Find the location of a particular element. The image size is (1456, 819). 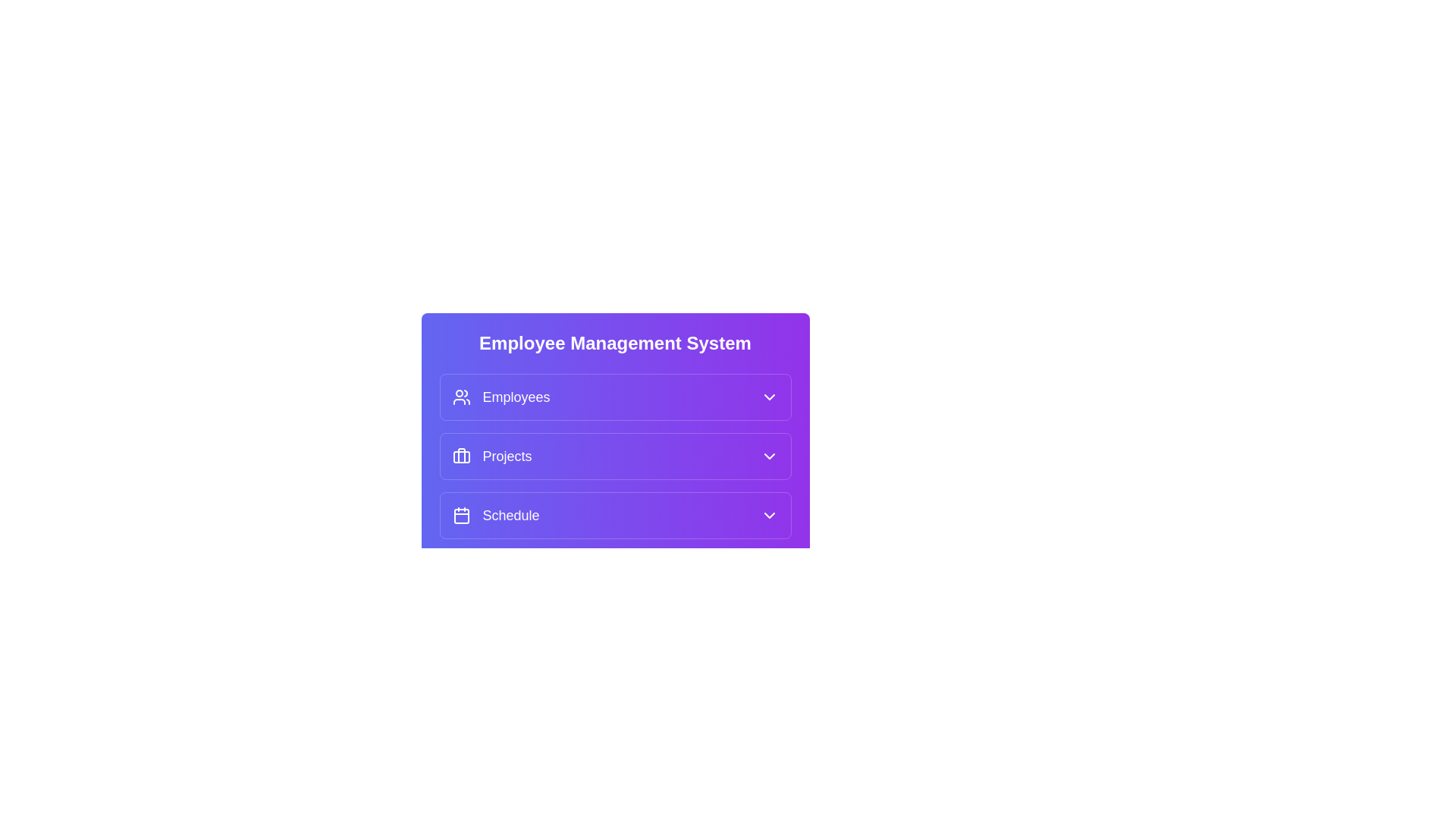

the downward-pointing chevron icon located at the rightmost end of the 'Schedule' button is located at coordinates (769, 514).